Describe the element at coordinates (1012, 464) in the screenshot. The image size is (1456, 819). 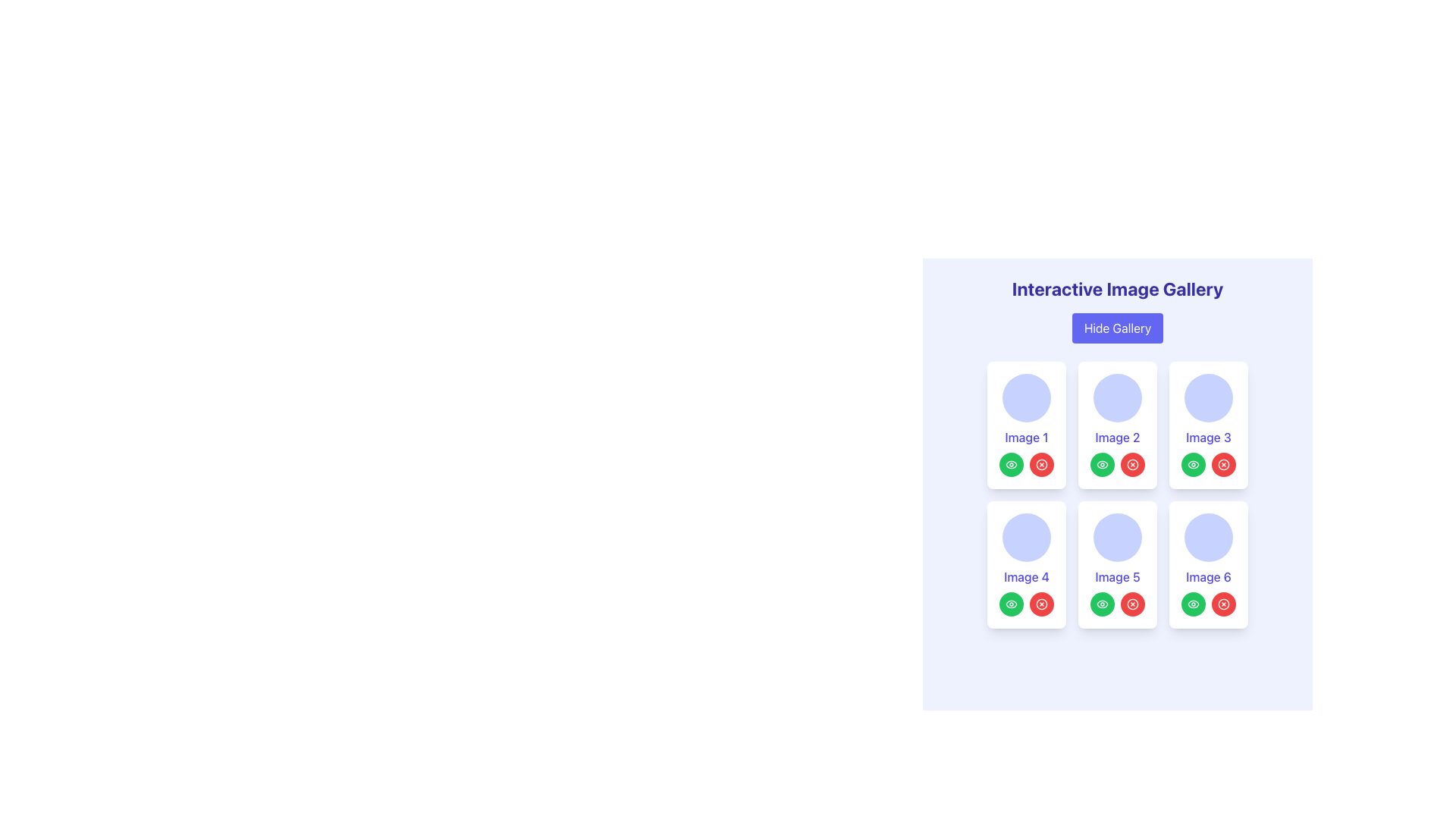
I see `the eye-shaped icon within the rounded button located under the 'Image 5' label in the gallery's grid` at that location.